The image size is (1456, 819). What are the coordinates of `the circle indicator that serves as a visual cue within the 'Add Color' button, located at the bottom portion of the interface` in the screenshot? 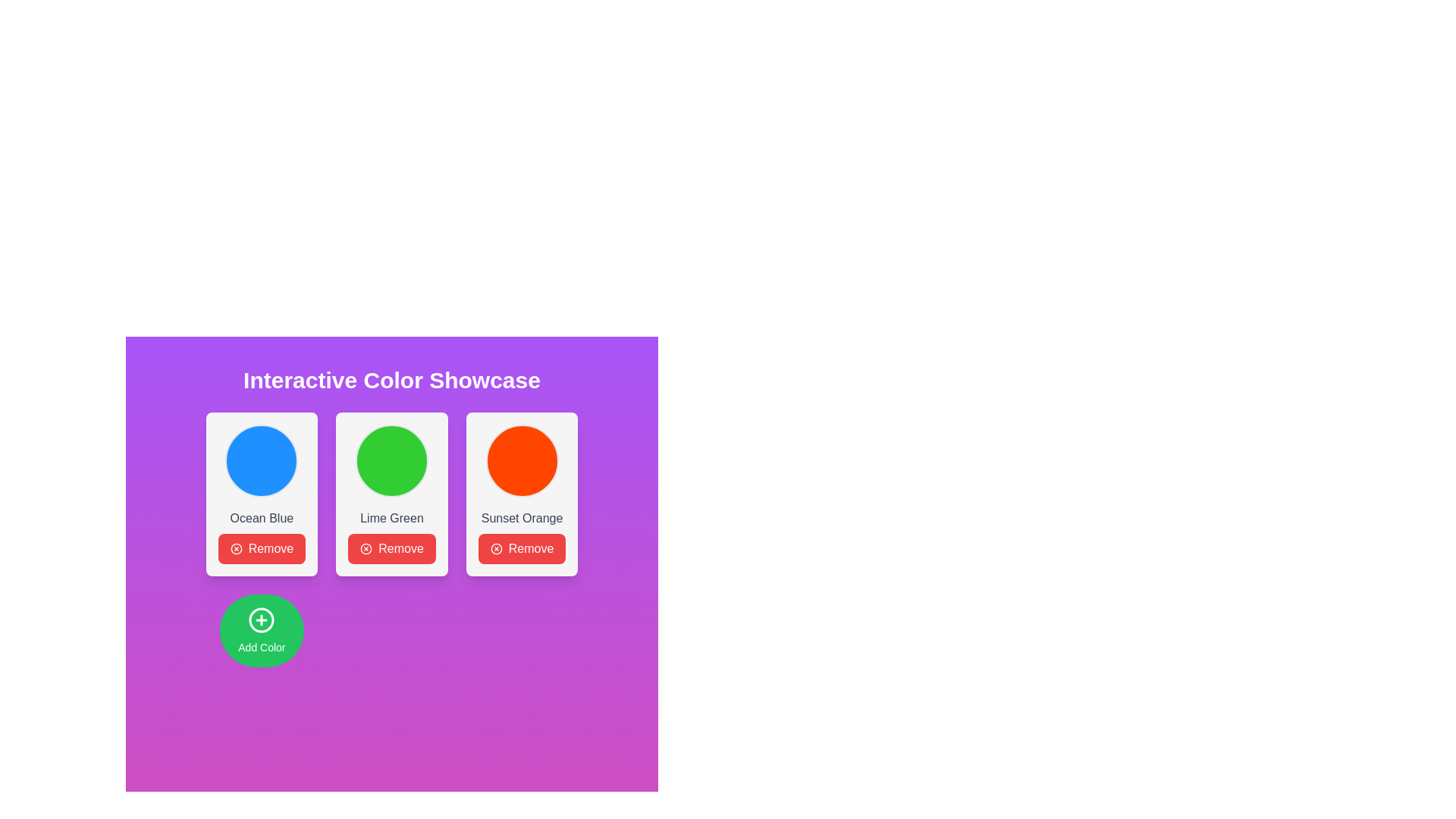 It's located at (262, 620).